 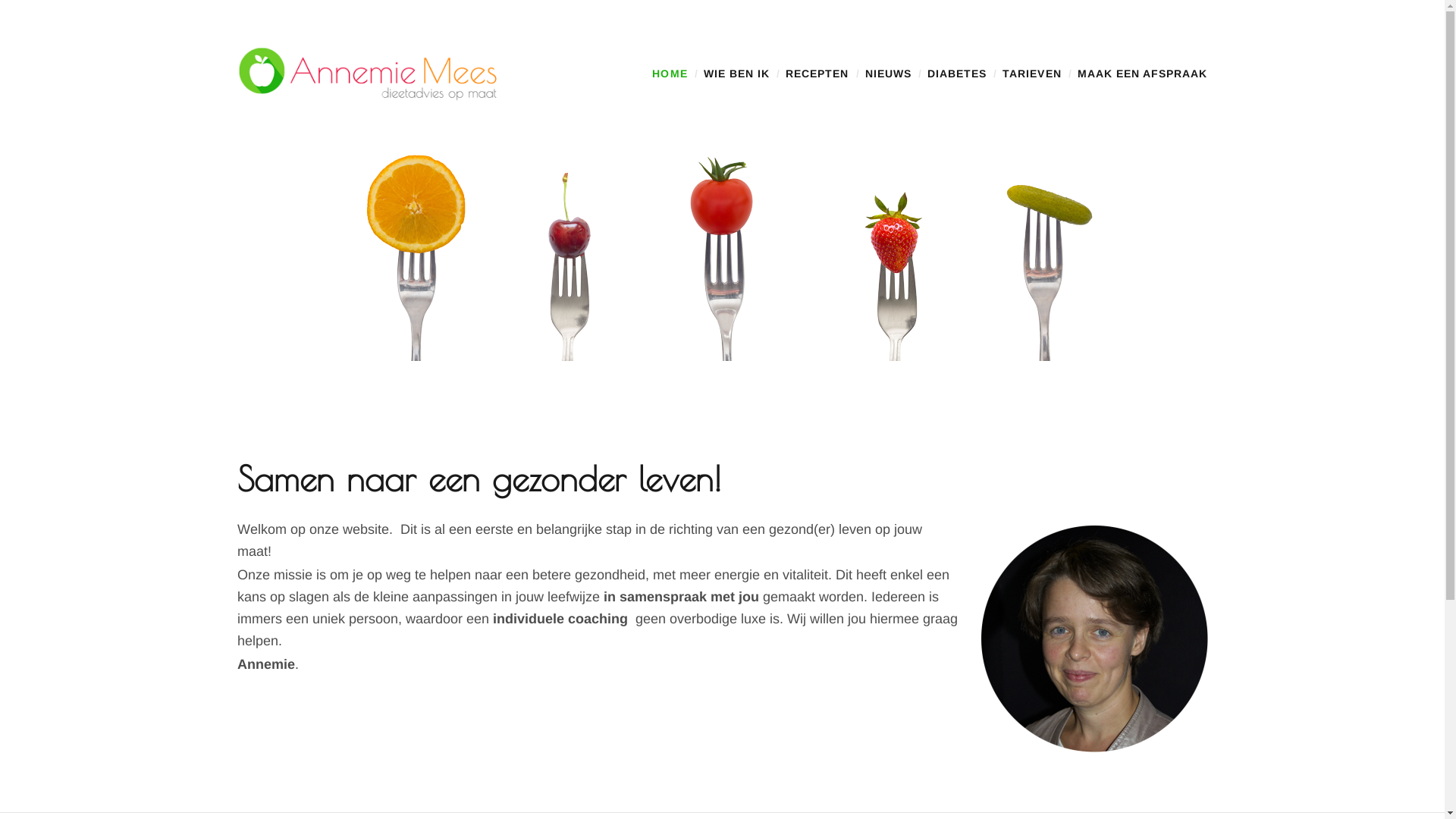 What do you see at coordinates (888, 73) in the screenshot?
I see `'NIEUWS'` at bounding box center [888, 73].